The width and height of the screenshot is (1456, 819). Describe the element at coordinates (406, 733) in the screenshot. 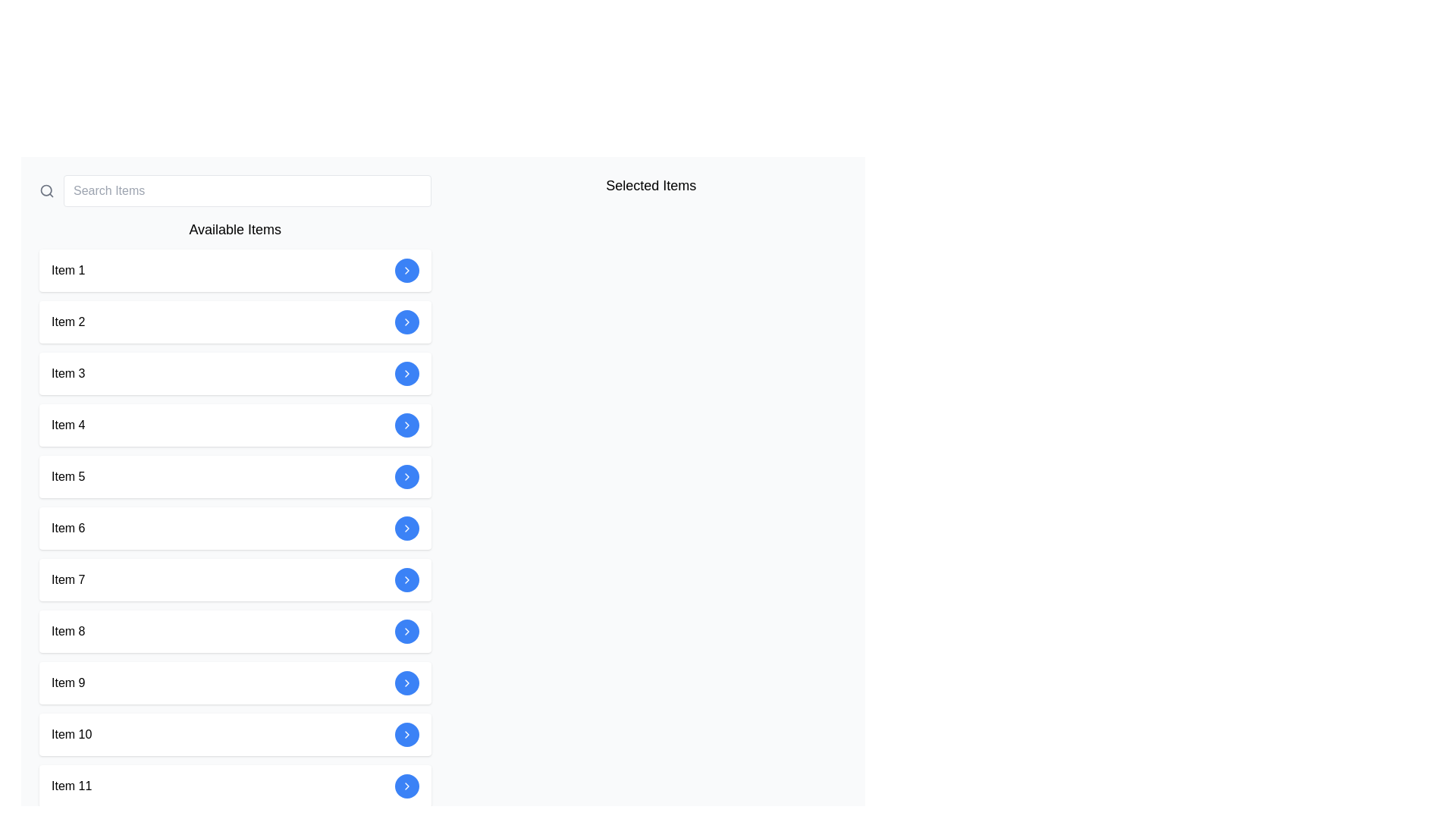

I see `the button located at the right end of the 'Item 10' entry in the 'Available Items' section` at that location.